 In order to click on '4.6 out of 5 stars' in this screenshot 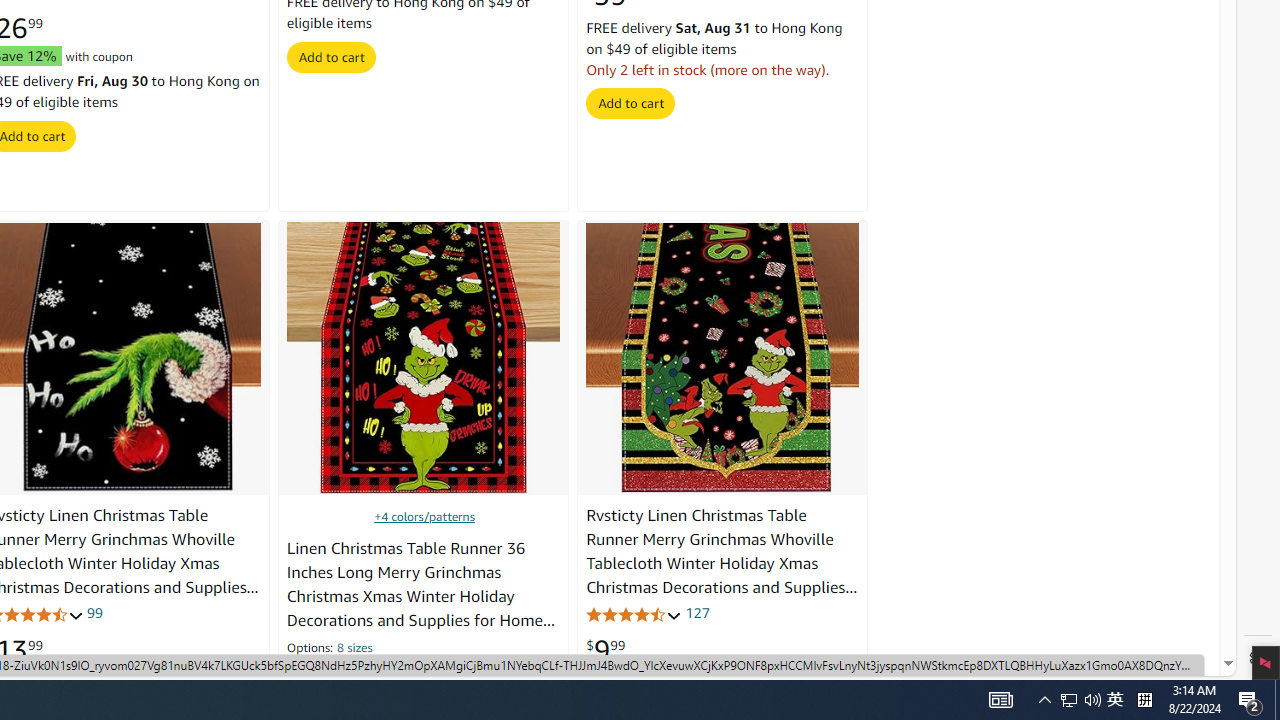, I will do `click(633, 613)`.